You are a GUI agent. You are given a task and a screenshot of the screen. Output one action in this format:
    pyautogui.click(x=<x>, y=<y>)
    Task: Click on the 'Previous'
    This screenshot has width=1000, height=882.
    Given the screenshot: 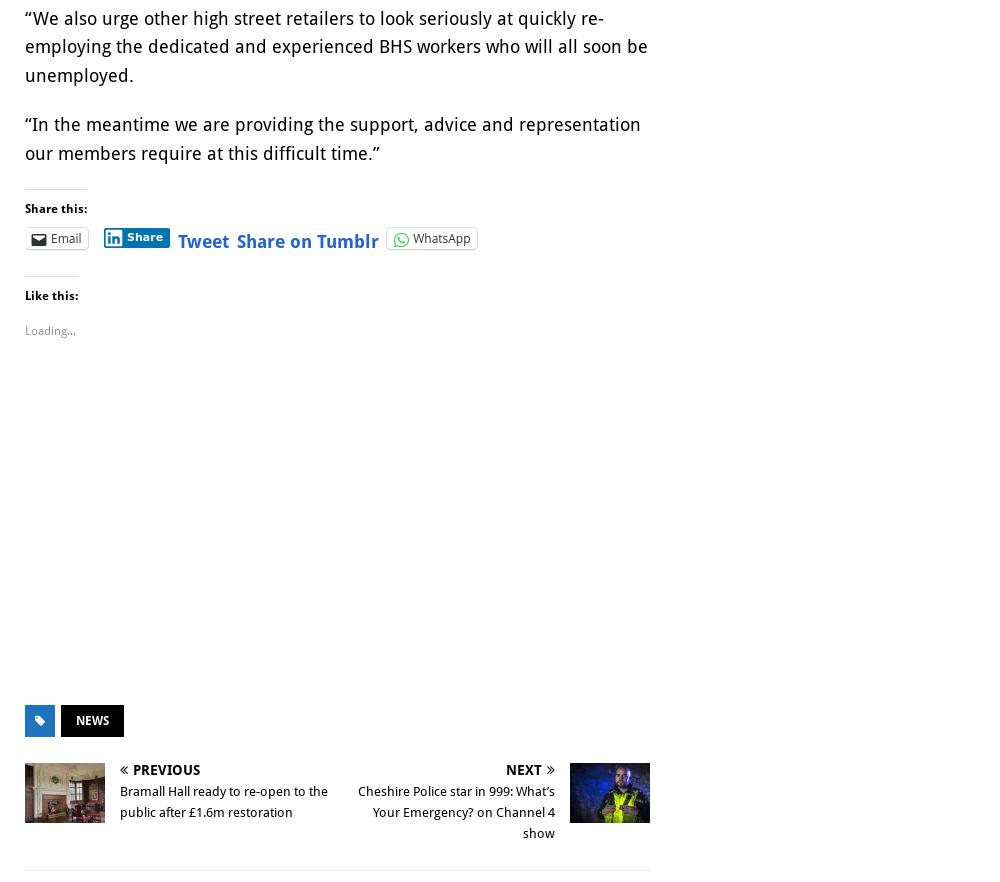 What is the action you would take?
    pyautogui.click(x=166, y=769)
    